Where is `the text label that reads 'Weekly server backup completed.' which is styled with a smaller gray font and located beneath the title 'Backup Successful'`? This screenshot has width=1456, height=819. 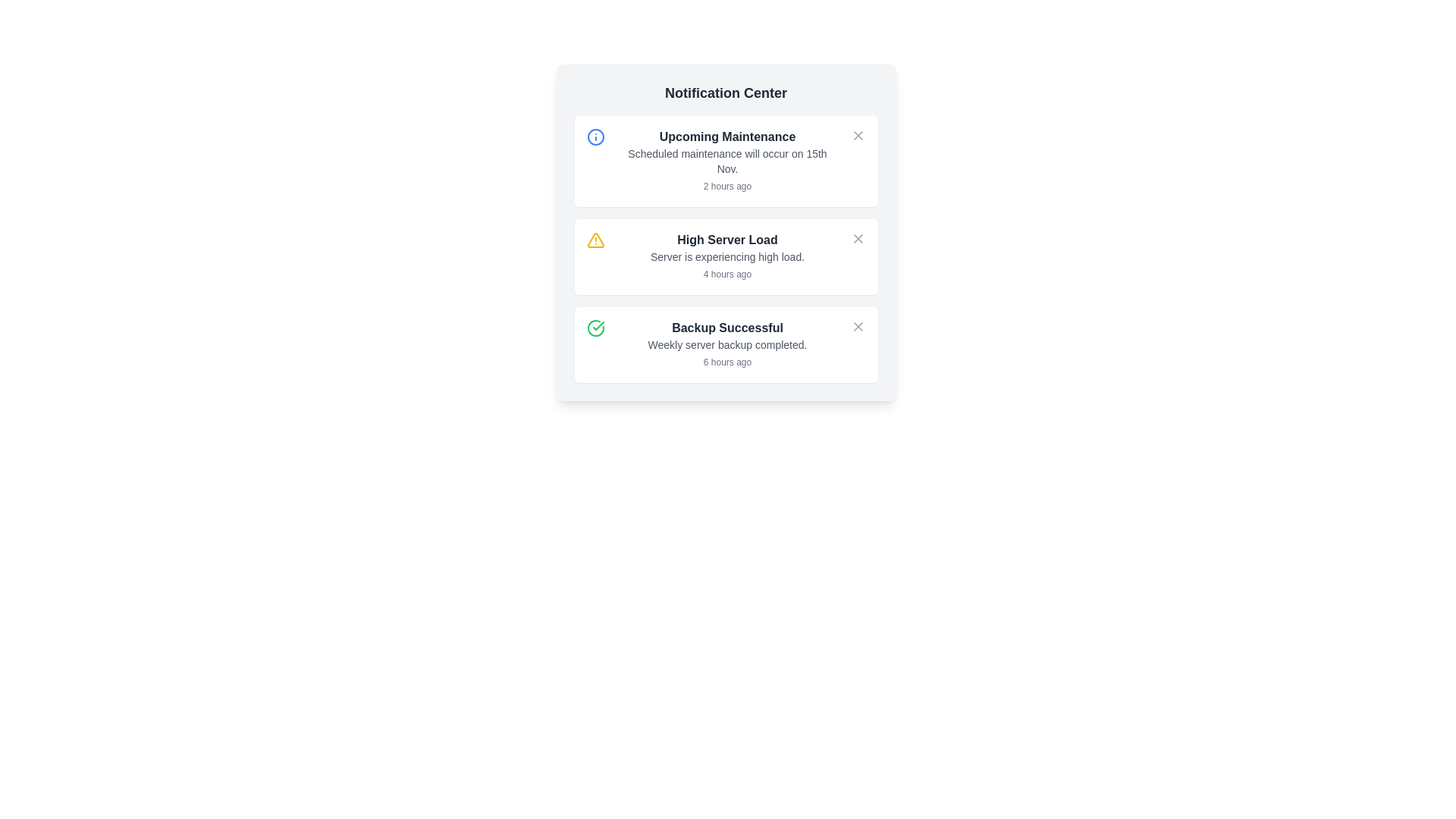 the text label that reads 'Weekly server backup completed.' which is styled with a smaller gray font and located beneath the title 'Backup Successful' is located at coordinates (726, 345).